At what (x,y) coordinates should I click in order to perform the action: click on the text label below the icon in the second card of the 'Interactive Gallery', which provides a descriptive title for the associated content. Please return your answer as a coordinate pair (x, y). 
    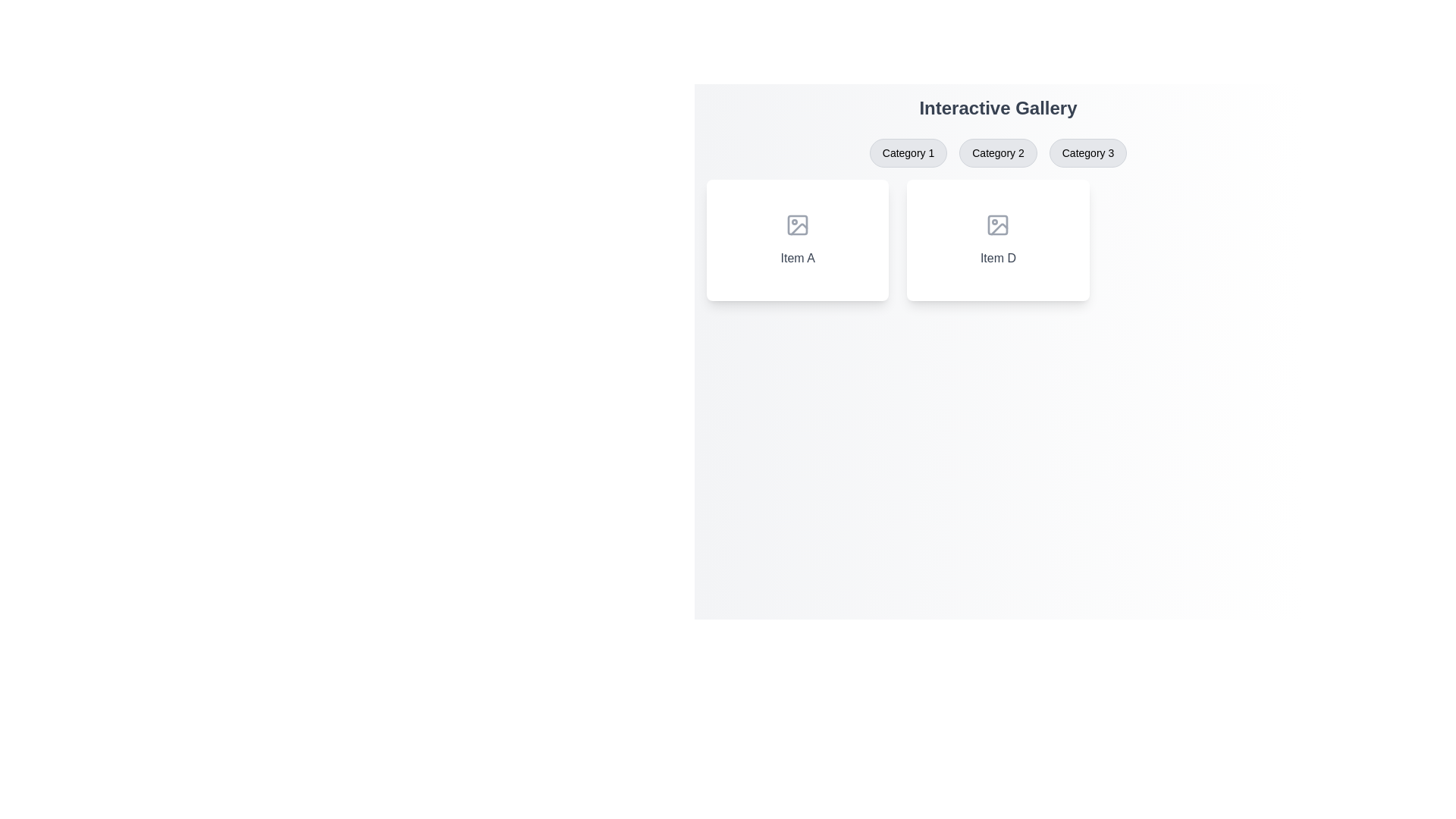
    Looking at the image, I should click on (998, 257).